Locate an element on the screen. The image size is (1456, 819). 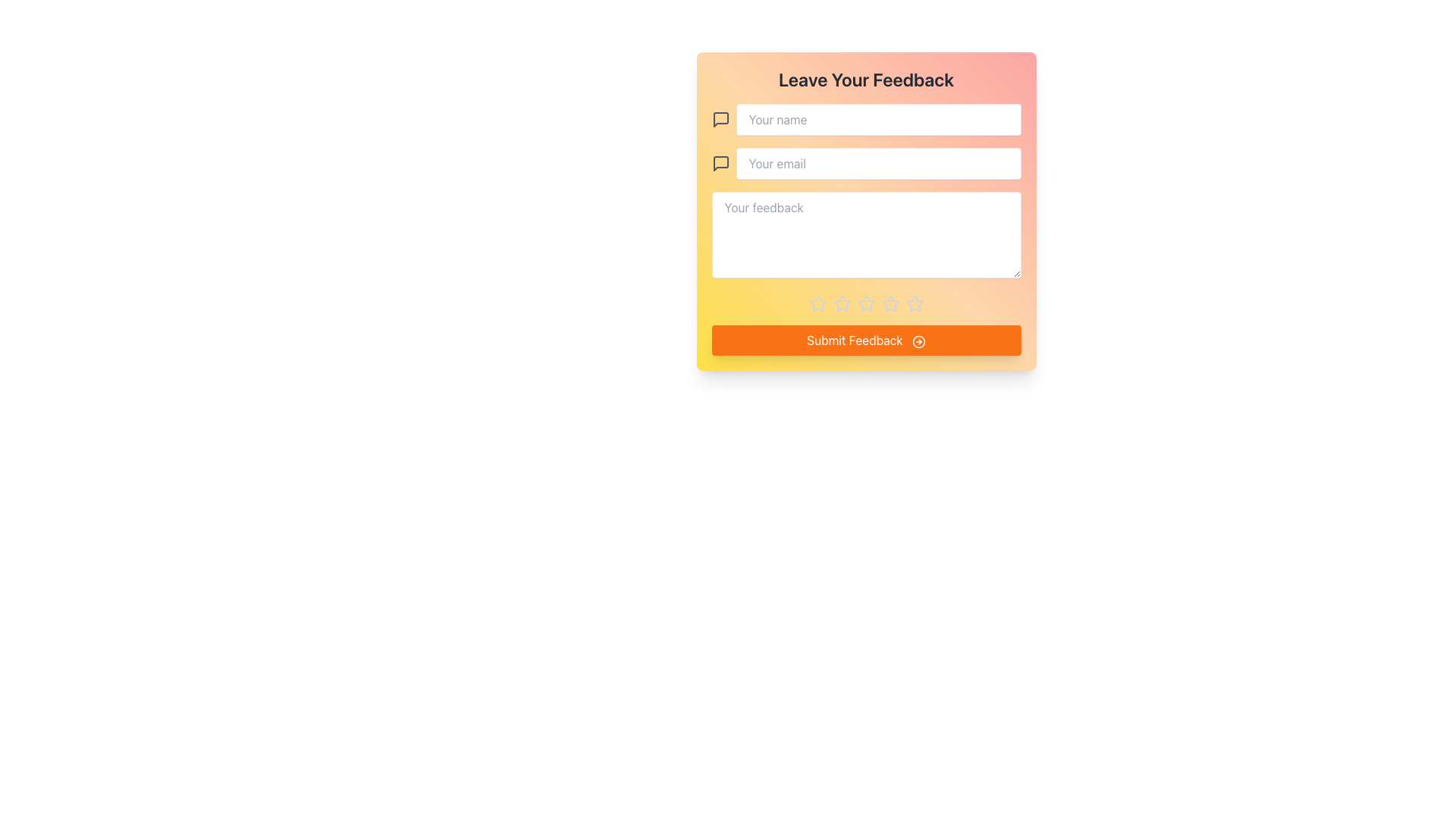
the orange 'Submit Feedback' button with white text and an arrow icon, located at the bottom of the 'Leave Your Feedback' form card, to observe any styling changes is located at coordinates (866, 339).